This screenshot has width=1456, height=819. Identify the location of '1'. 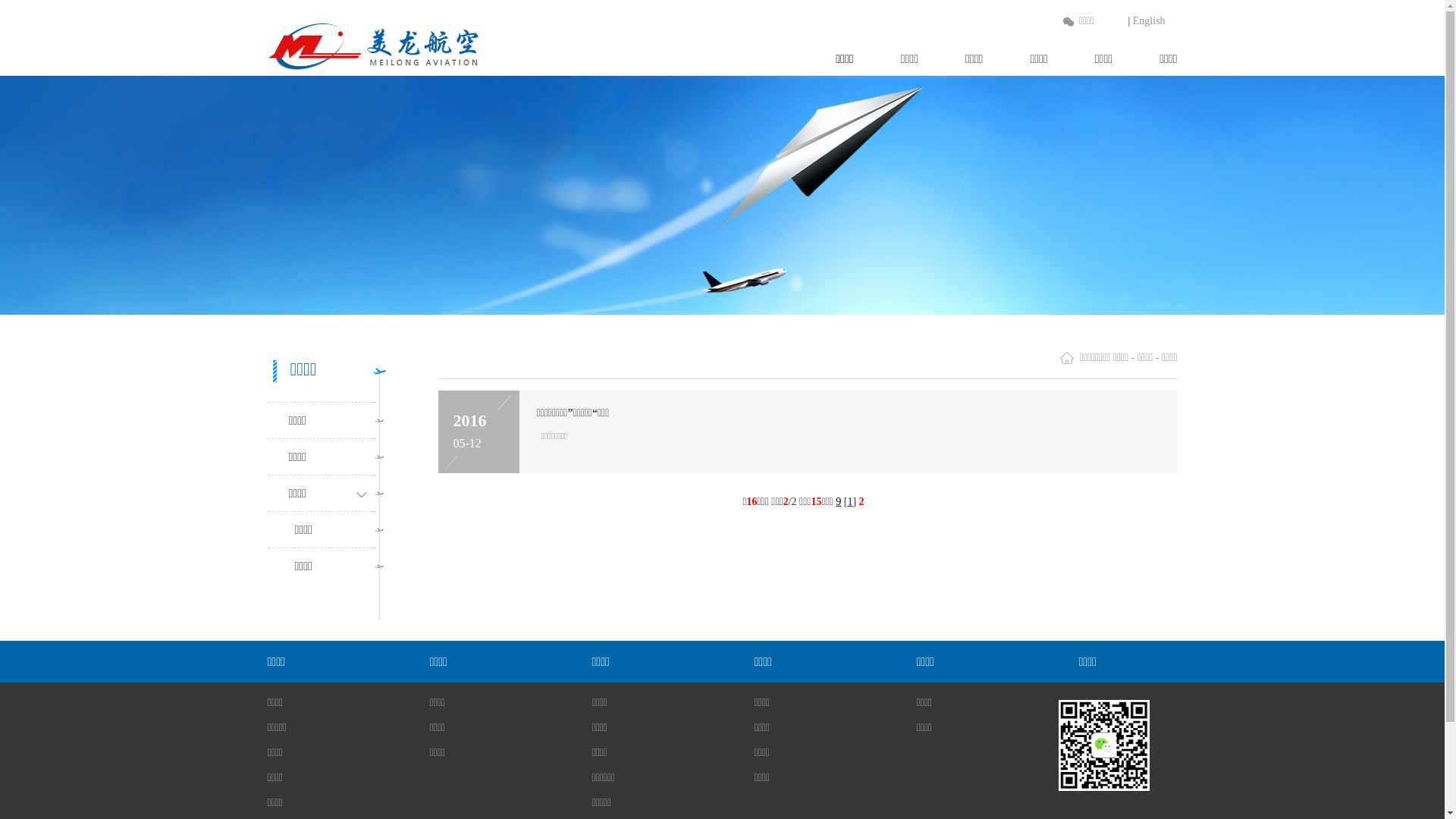
(846, 501).